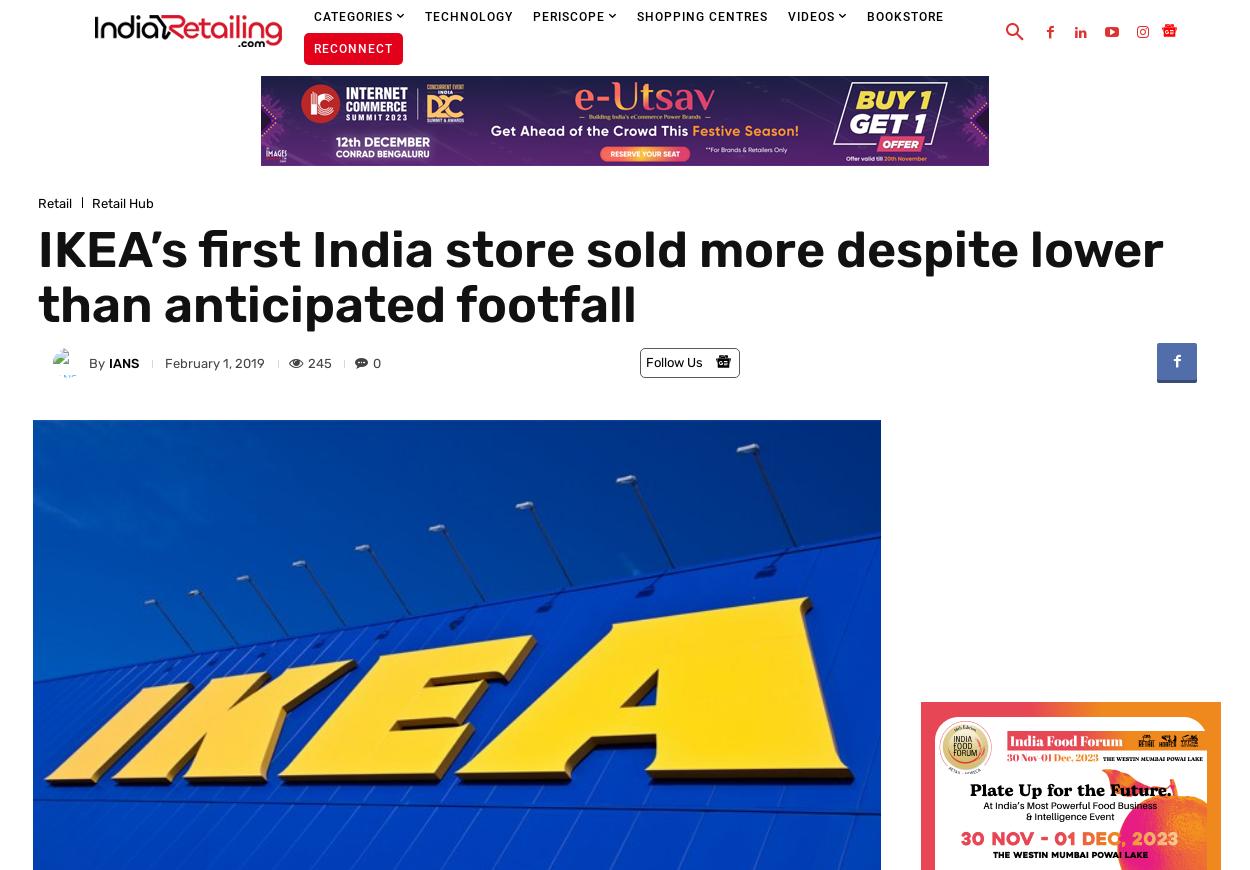  What do you see at coordinates (646, 362) in the screenshot?
I see `'Follow Us'` at bounding box center [646, 362].